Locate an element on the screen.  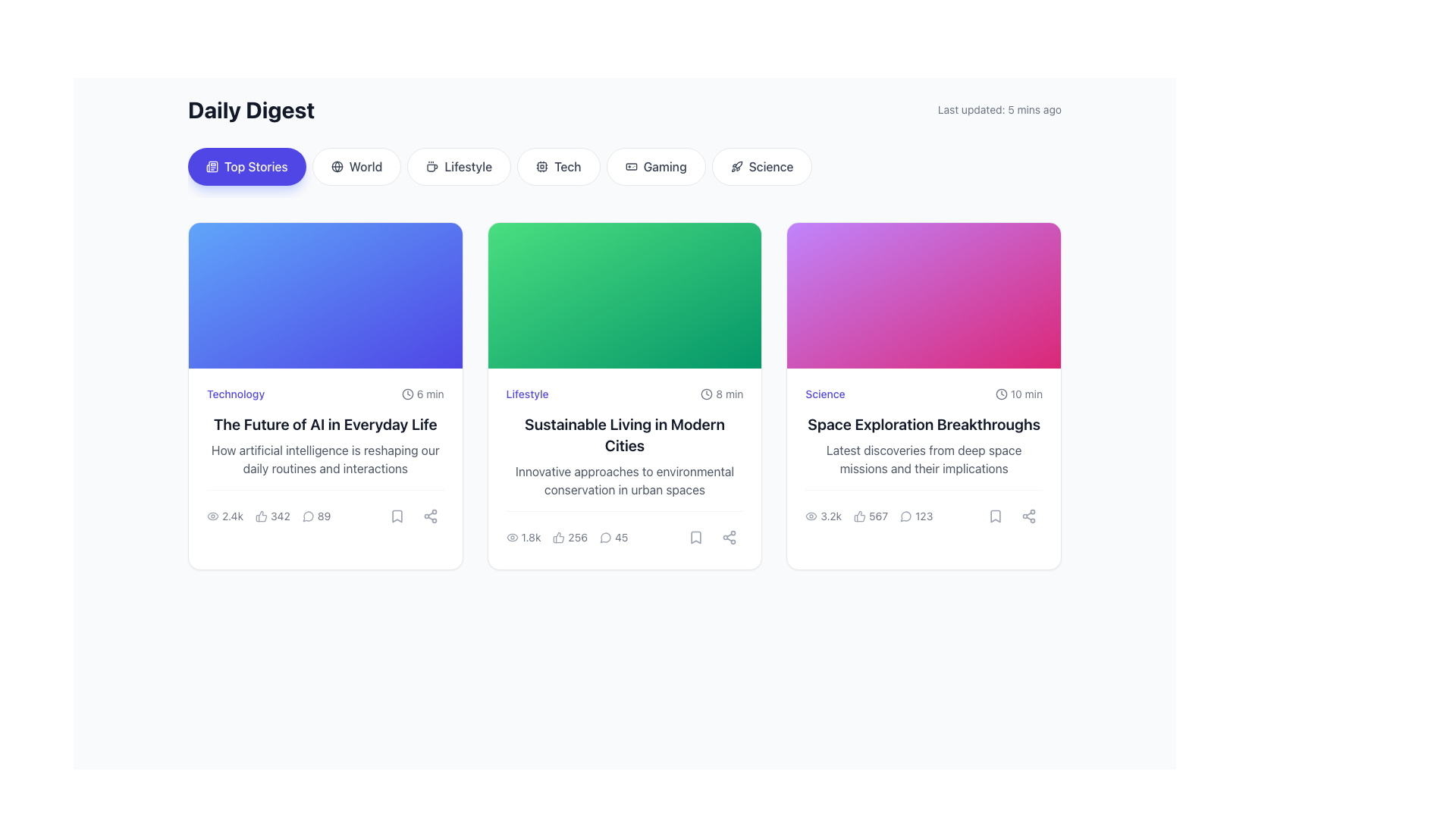
the share icon button located in the bottom-right corner of the third card titled 'Space Exploration Breakthroughs' is located at coordinates (1029, 516).